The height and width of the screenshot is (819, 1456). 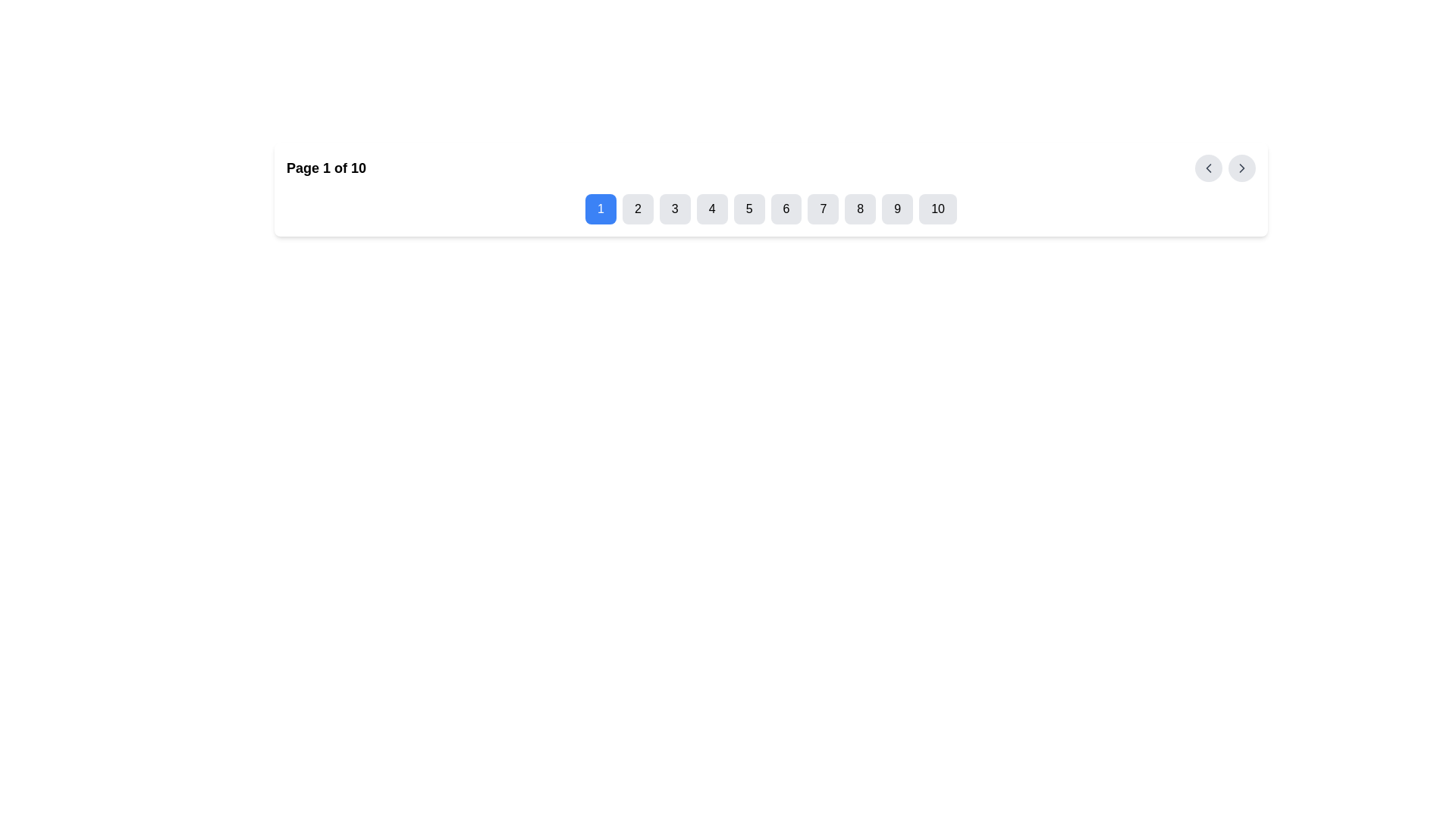 I want to click on the first button in the pagination control located at the top-center of the interface, so click(x=600, y=209).